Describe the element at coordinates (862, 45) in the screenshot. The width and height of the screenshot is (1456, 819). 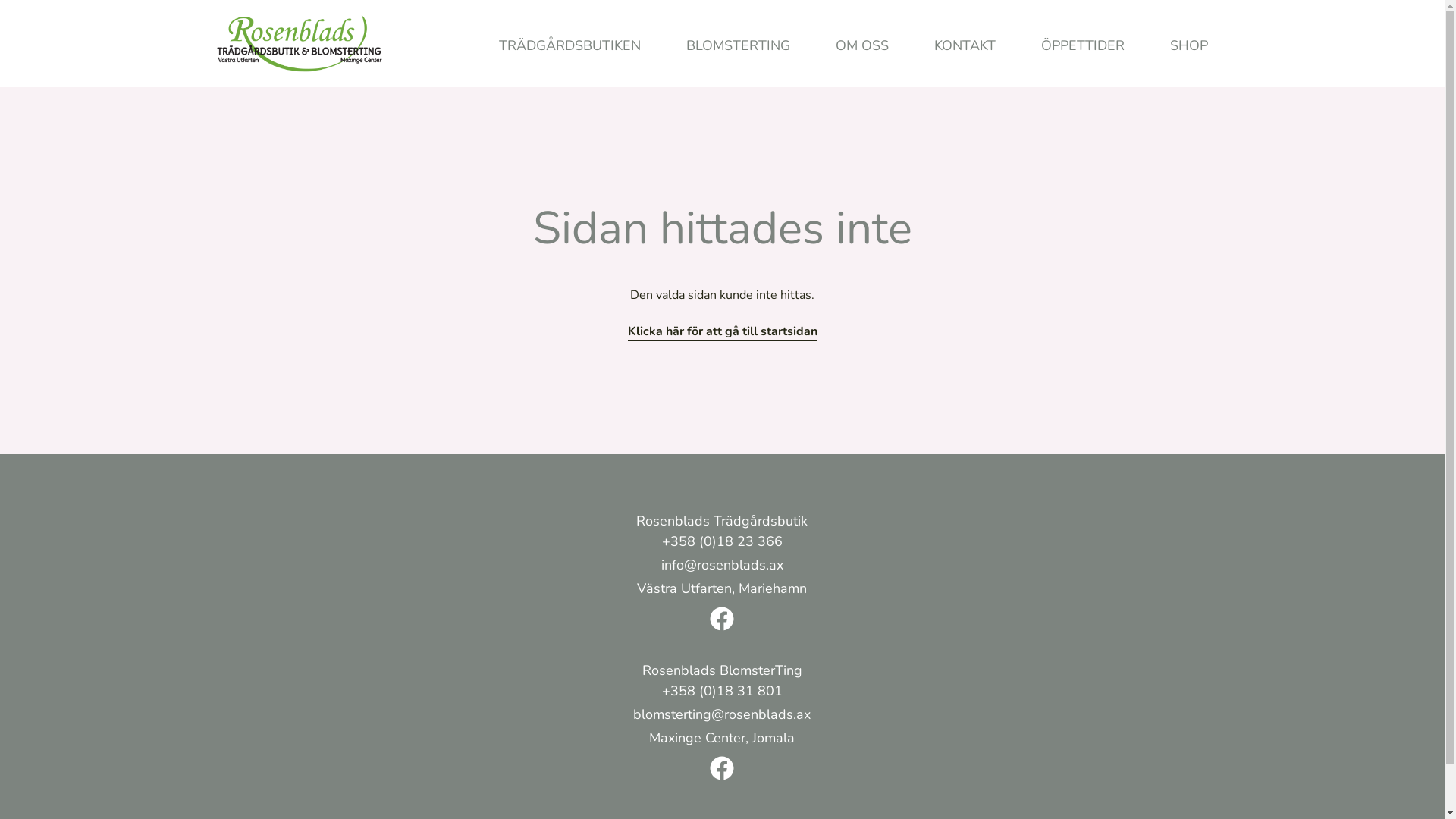
I see `'OM OSS'` at that location.